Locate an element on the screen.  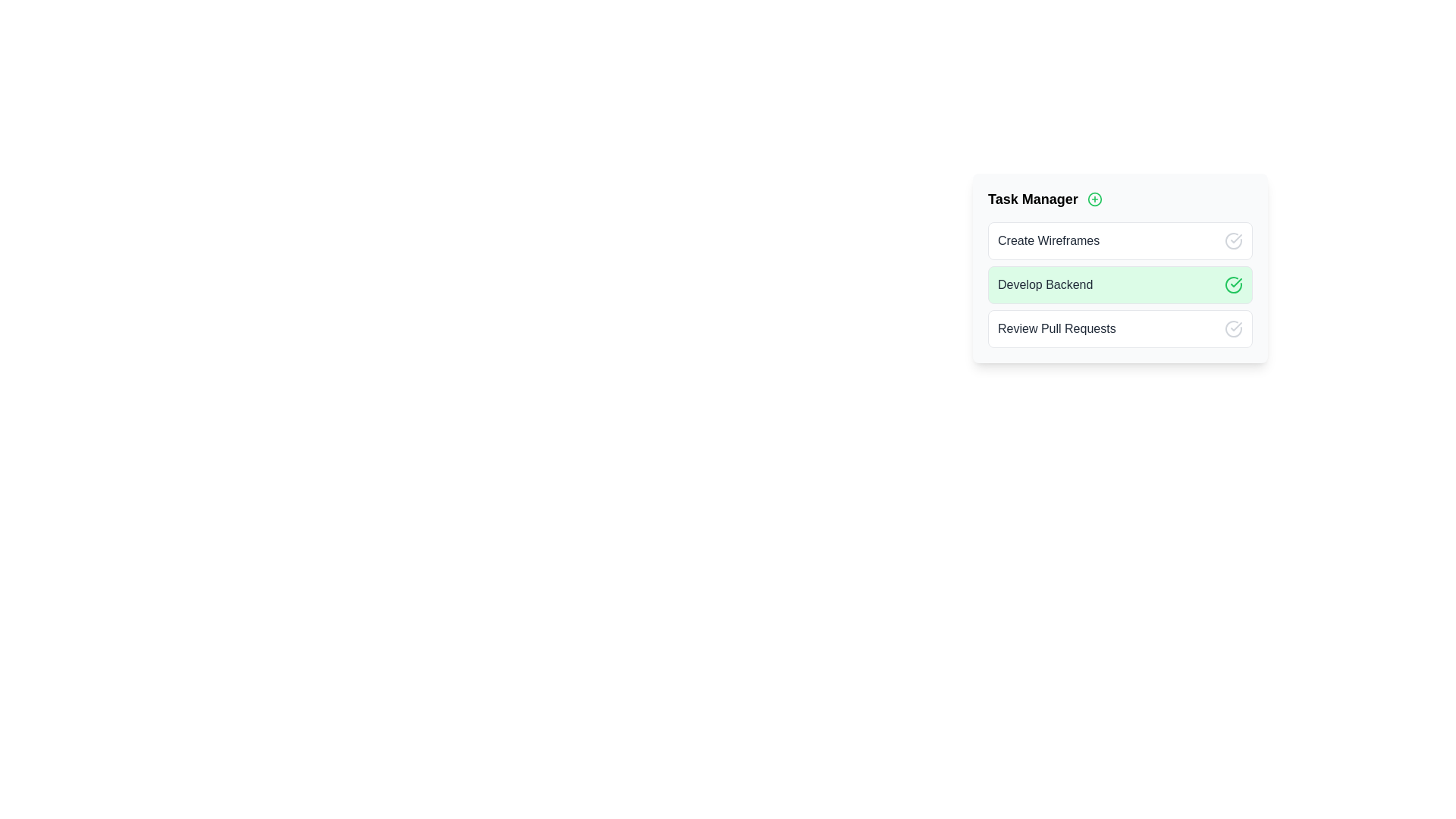
the text label that represents the task titled 'Create Wireframes' located at the top of the task list in the 'Task Manager' card is located at coordinates (1048, 240).